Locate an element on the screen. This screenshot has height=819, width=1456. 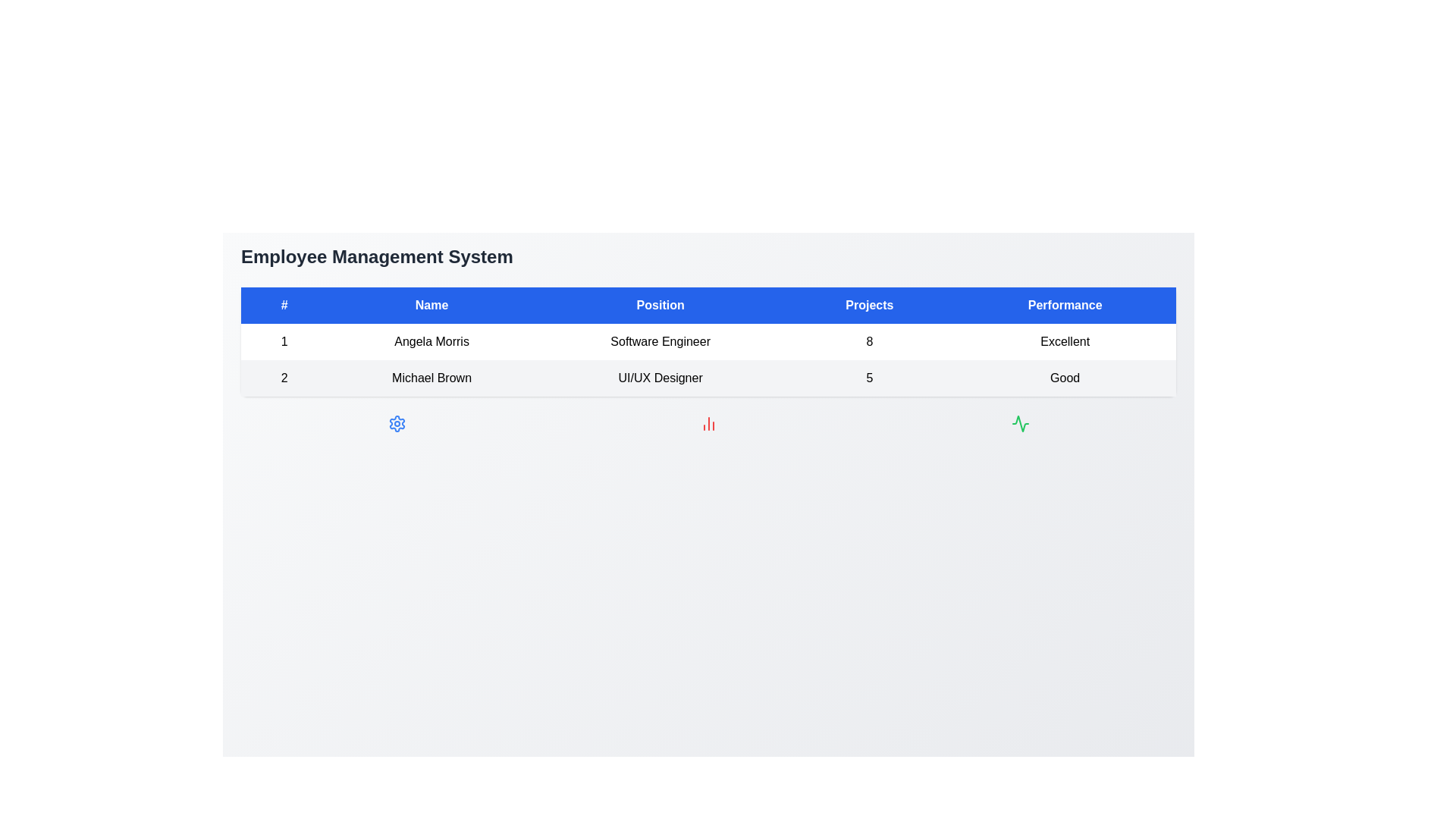
the static text displaying the number '5' in the table cell under the 'Projects' column for 'Michael Brown', a UI/UX Designer is located at coordinates (869, 377).